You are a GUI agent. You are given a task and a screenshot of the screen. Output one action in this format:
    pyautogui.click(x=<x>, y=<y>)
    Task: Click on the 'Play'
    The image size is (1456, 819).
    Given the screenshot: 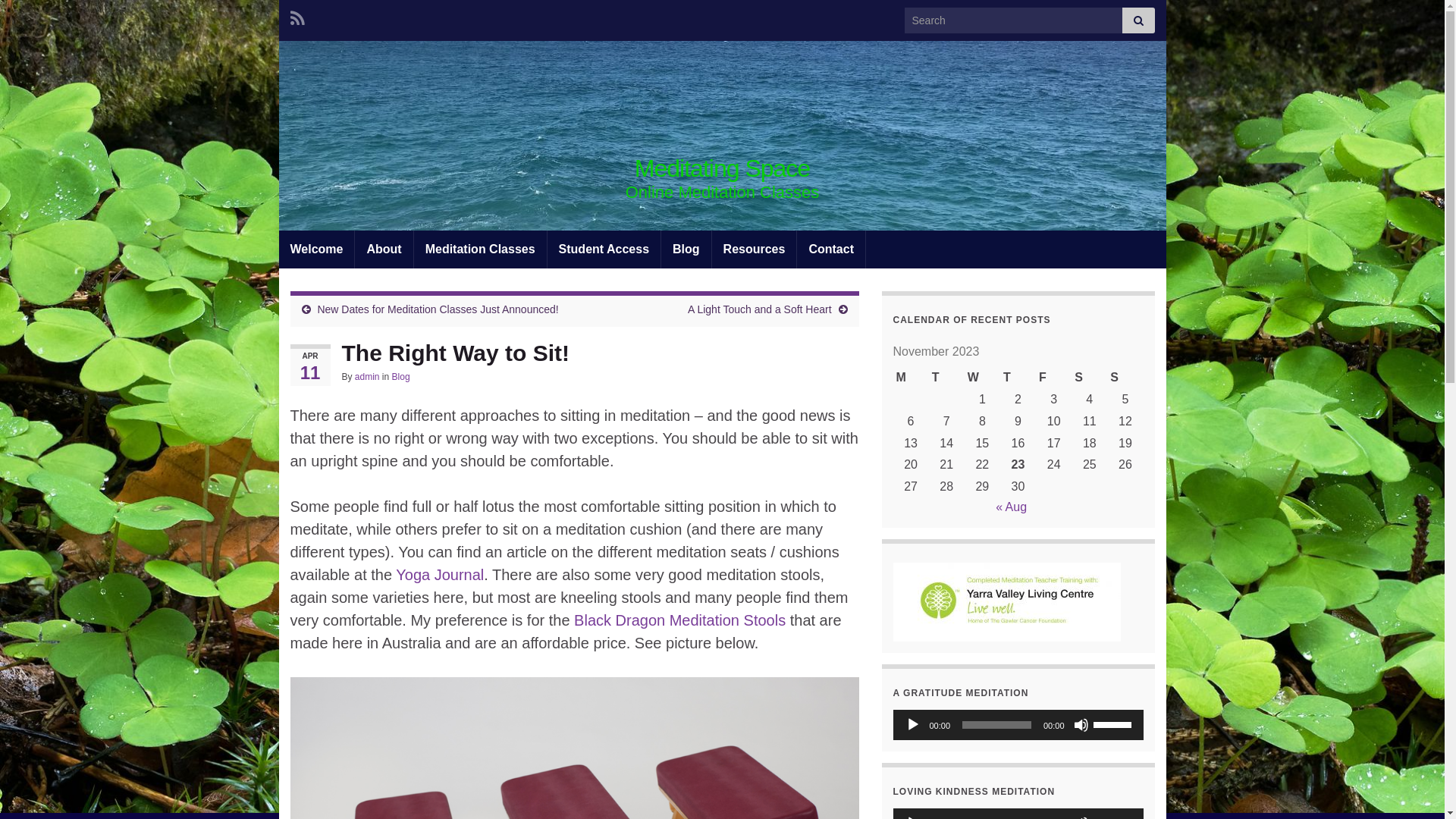 What is the action you would take?
    pyautogui.click(x=912, y=724)
    